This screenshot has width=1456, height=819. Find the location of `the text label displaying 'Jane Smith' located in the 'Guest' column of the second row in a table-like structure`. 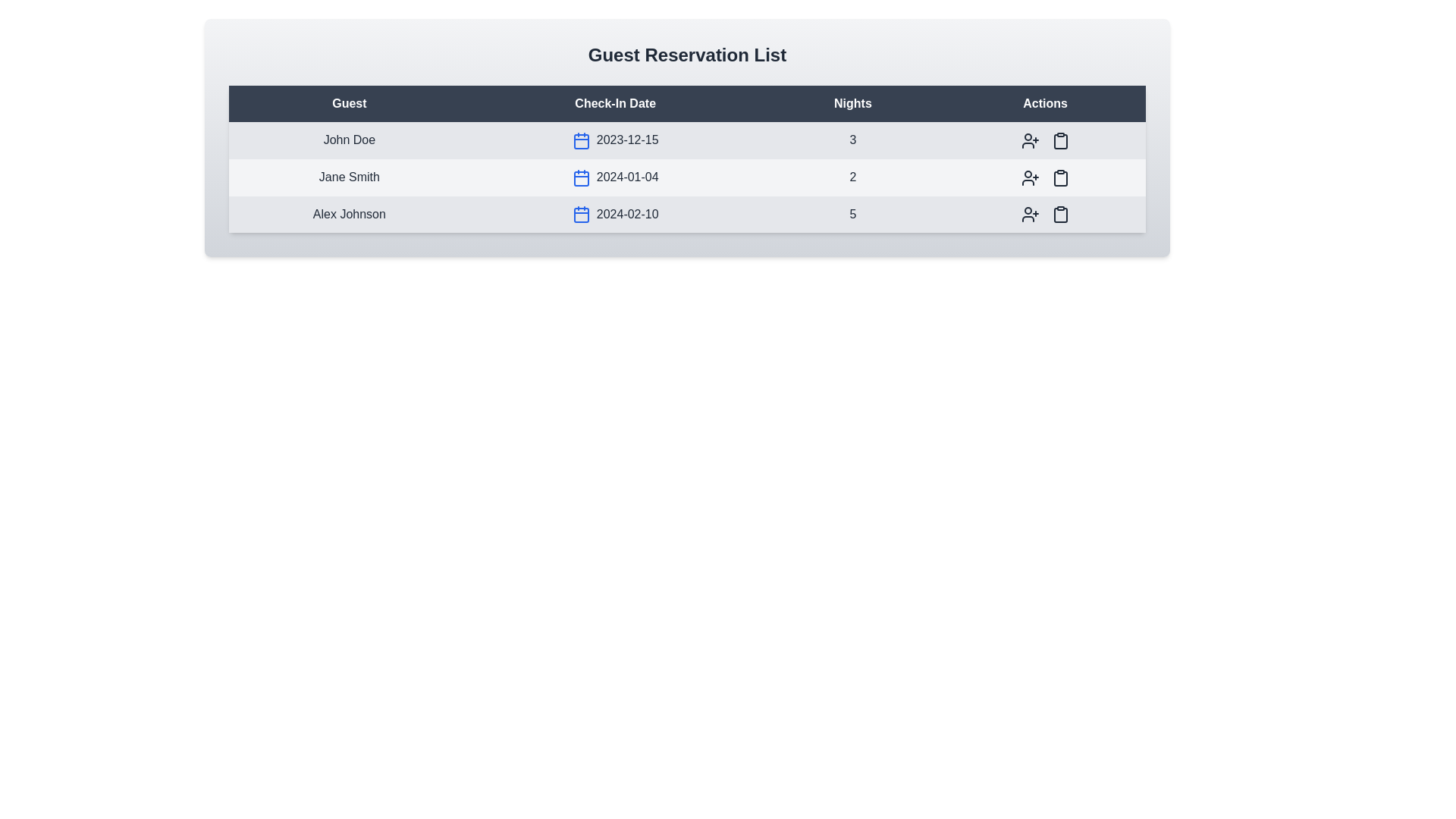

the text label displaying 'Jane Smith' located in the 'Guest' column of the second row in a table-like structure is located at coordinates (348, 177).